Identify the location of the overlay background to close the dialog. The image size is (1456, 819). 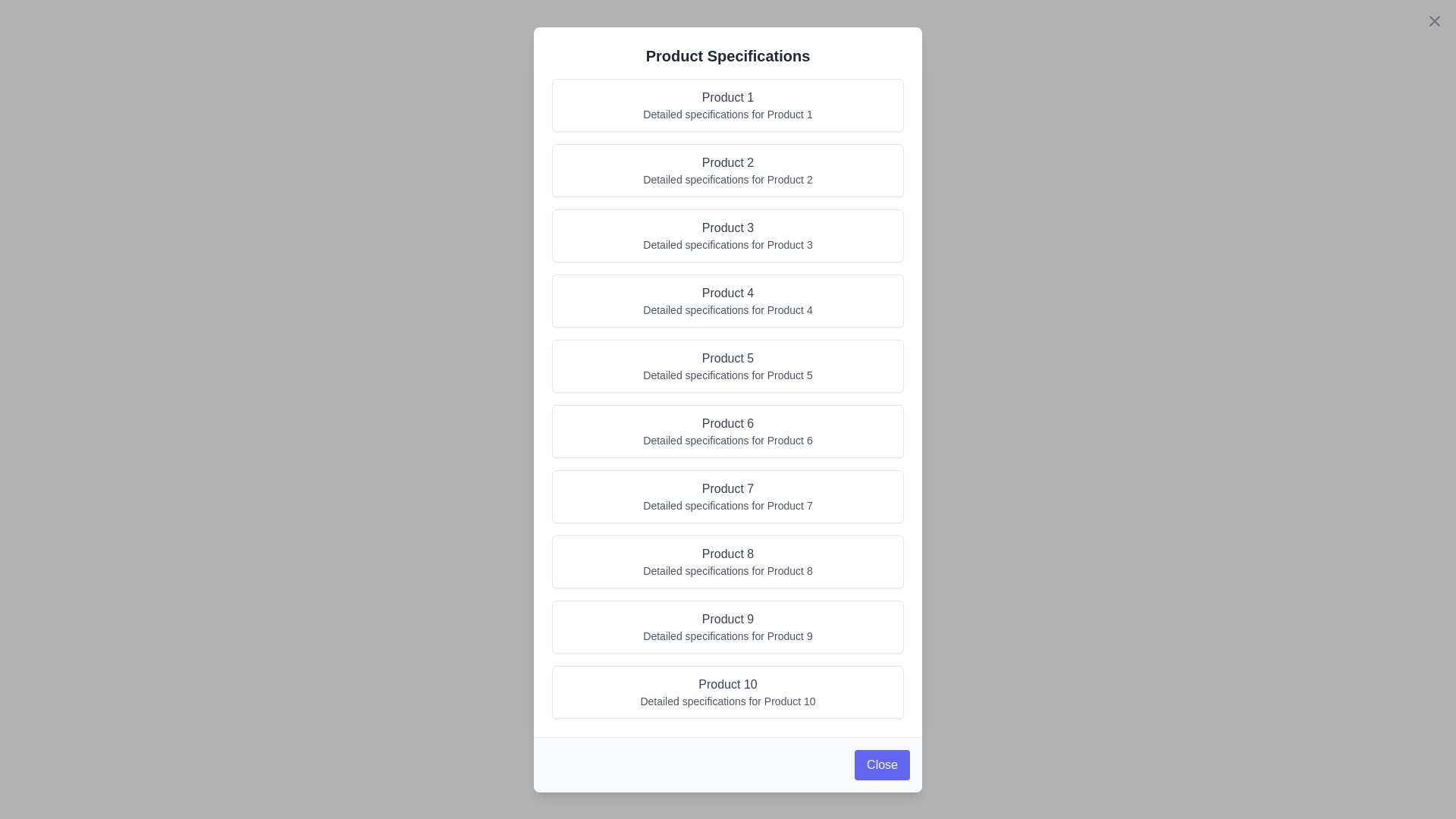
(728, 409).